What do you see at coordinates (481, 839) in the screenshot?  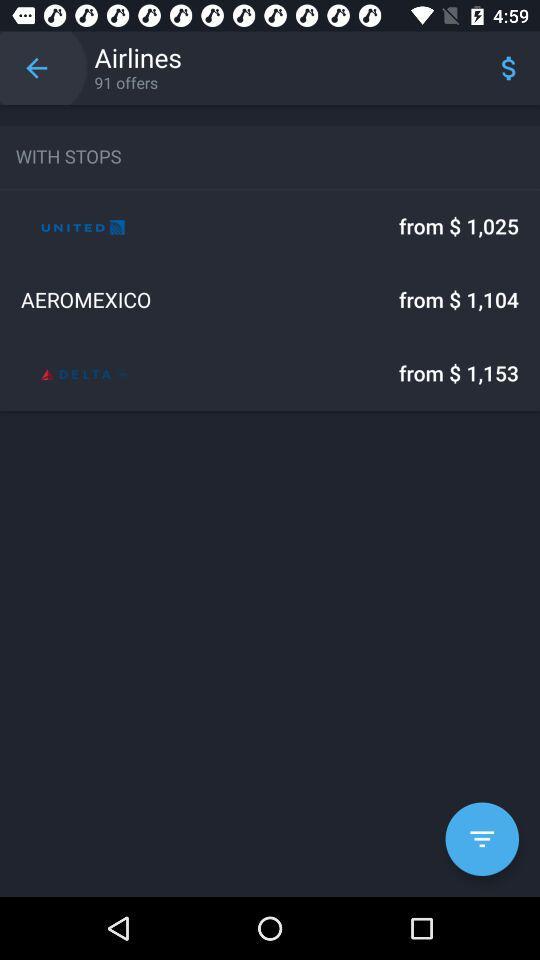 I see `the icon at the bottom right corner` at bounding box center [481, 839].